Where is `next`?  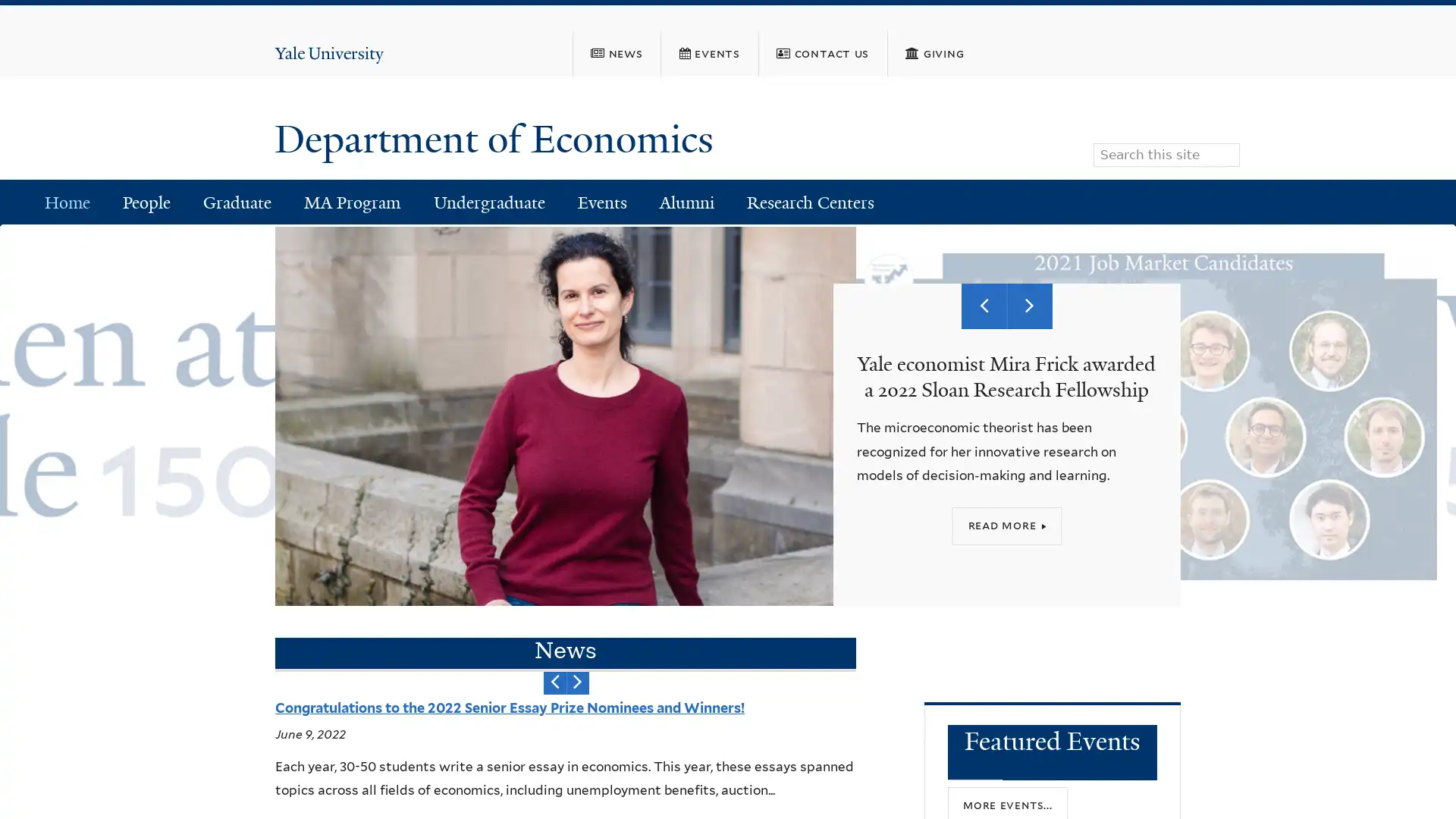
next is located at coordinates (576, 681).